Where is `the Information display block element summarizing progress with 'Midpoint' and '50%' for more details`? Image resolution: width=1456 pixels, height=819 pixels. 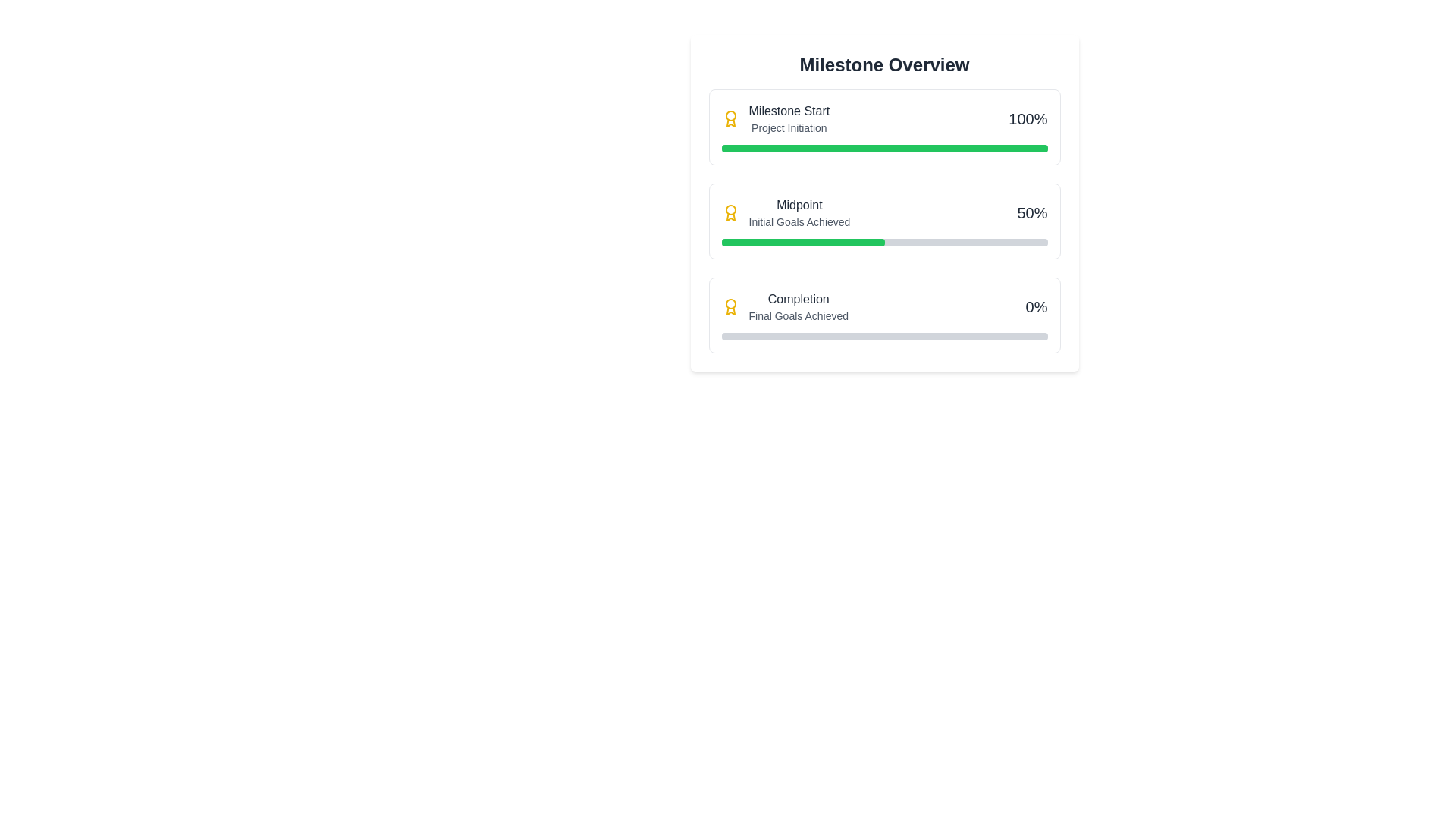
the Information display block element summarizing progress with 'Midpoint' and '50%' for more details is located at coordinates (884, 213).